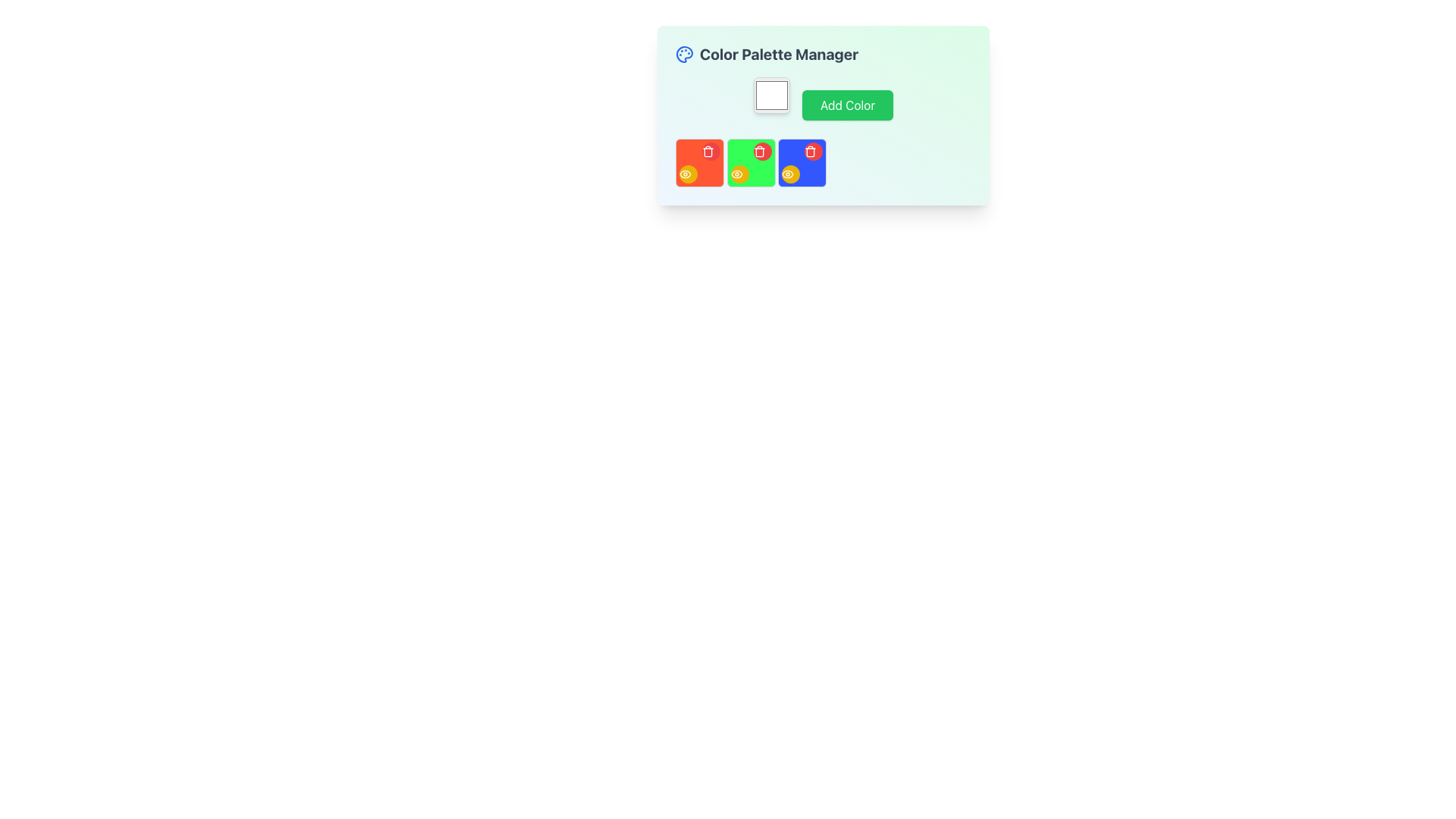 This screenshot has height=819, width=1456. What do you see at coordinates (762, 152) in the screenshot?
I see `the circular red button with a white trash can icon located in the top-right corner of the green background panel` at bounding box center [762, 152].